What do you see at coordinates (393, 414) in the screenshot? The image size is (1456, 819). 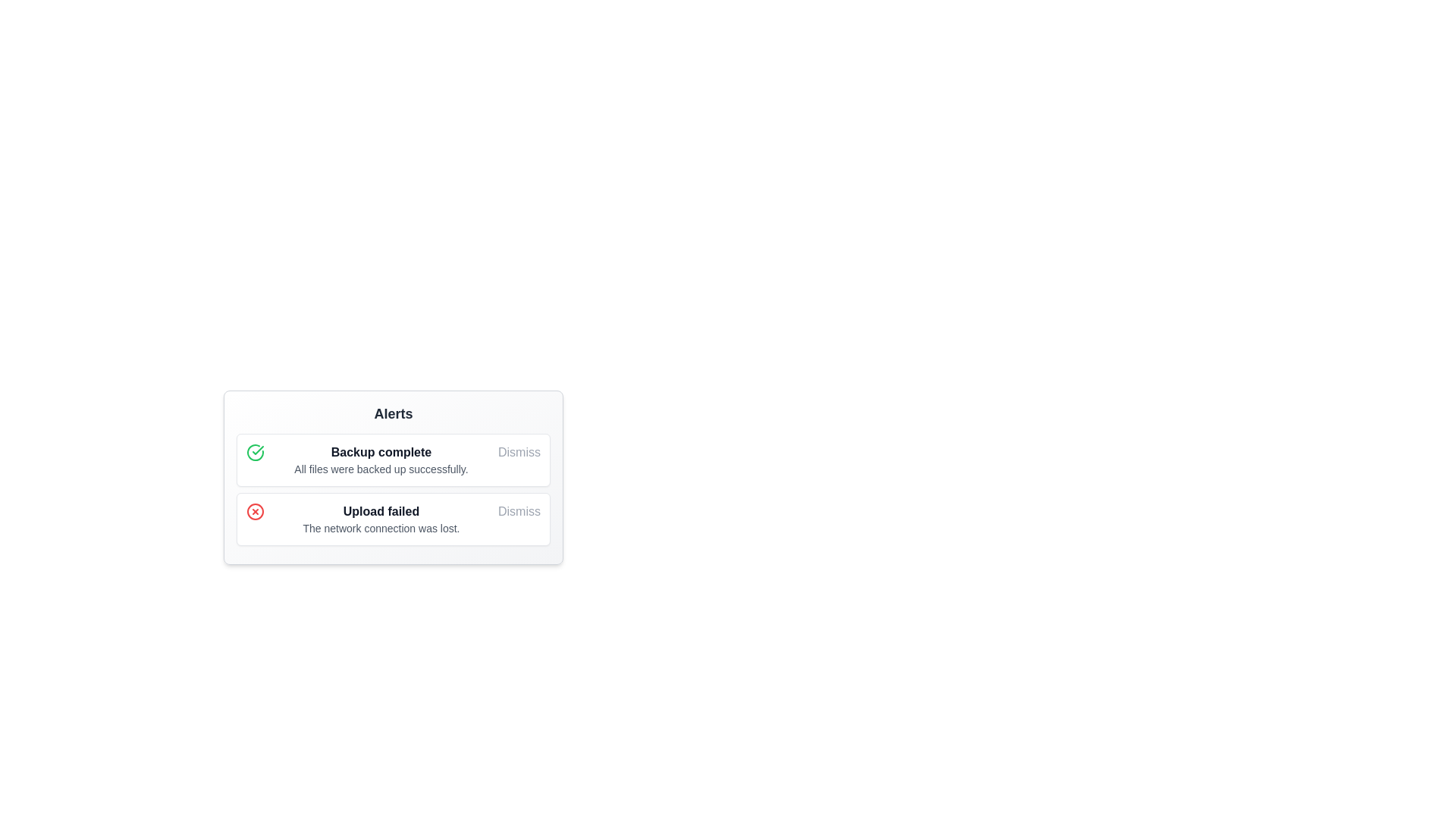 I see `bold text label displaying 'Alerts' which is styled in dark gray and positioned above the list of alerts` at bounding box center [393, 414].